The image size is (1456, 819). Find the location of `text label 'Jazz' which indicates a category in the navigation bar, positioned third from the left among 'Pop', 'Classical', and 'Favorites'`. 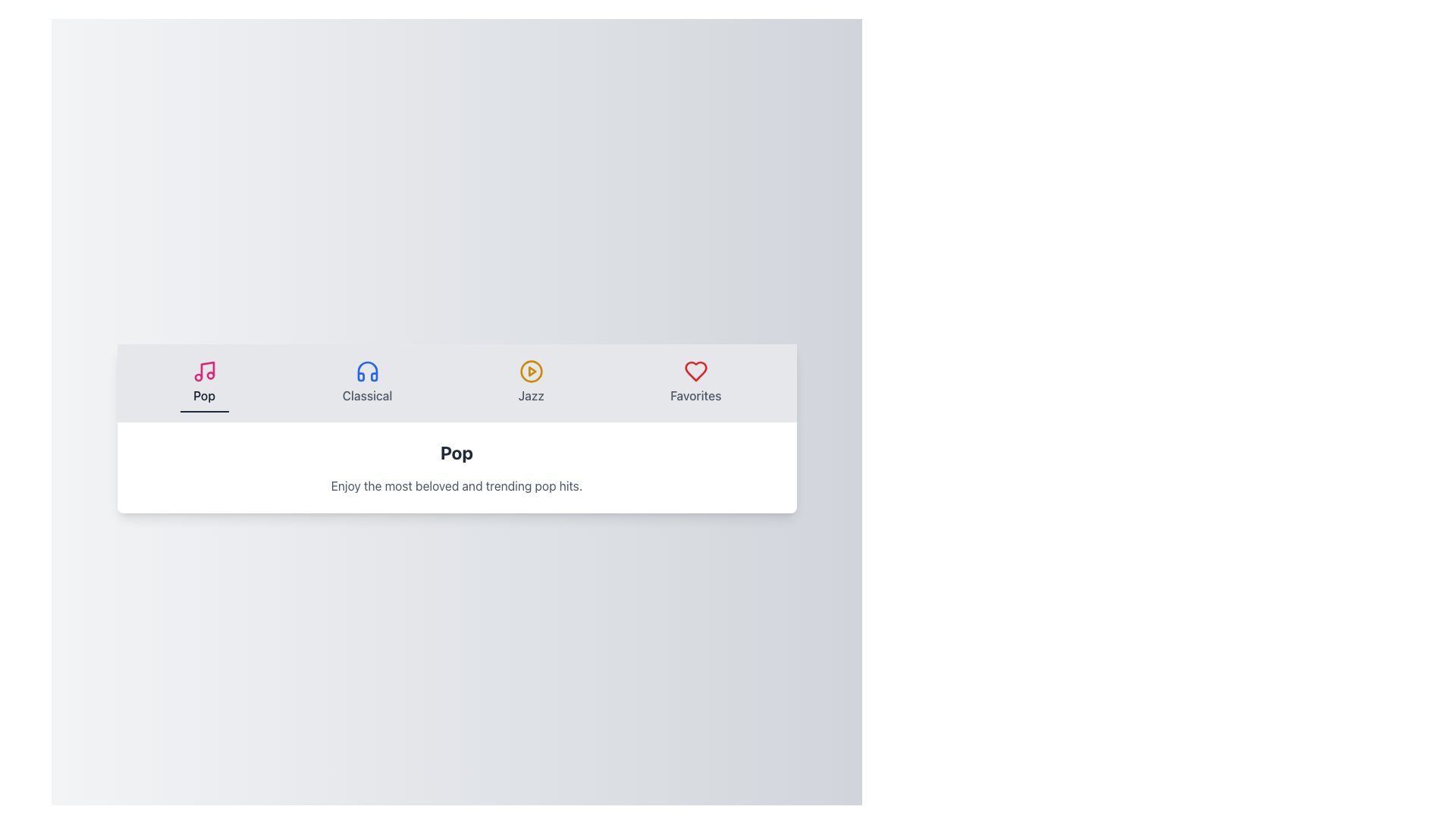

text label 'Jazz' which indicates a category in the navigation bar, positioned third from the left among 'Pop', 'Classical', and 'Favorites' is located at coordinates (531, 394).